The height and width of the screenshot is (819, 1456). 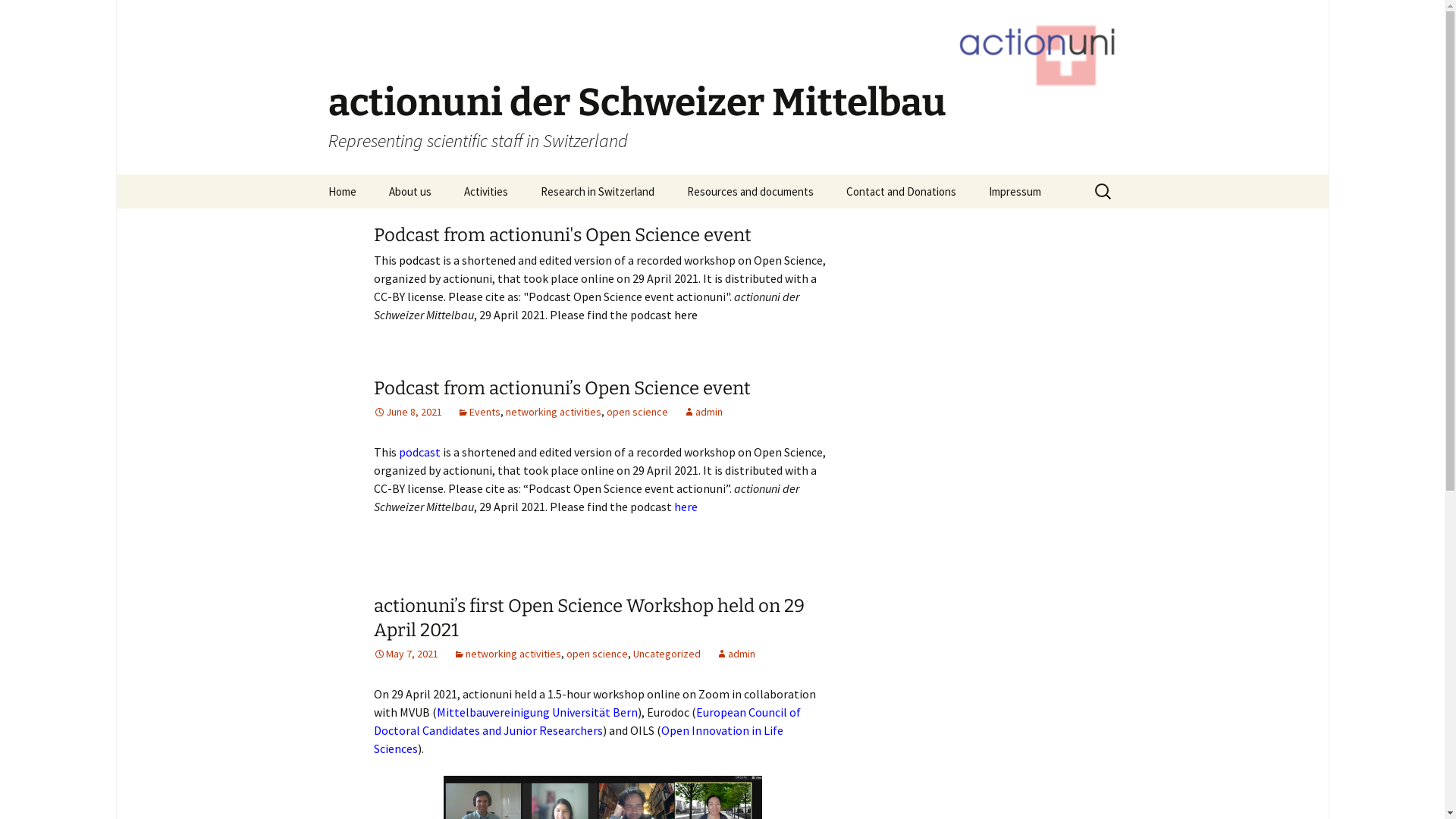 What do you see at coordinates (477, 412) in the screenshot?
I see `'Events'` at bounding box center [477, 412].